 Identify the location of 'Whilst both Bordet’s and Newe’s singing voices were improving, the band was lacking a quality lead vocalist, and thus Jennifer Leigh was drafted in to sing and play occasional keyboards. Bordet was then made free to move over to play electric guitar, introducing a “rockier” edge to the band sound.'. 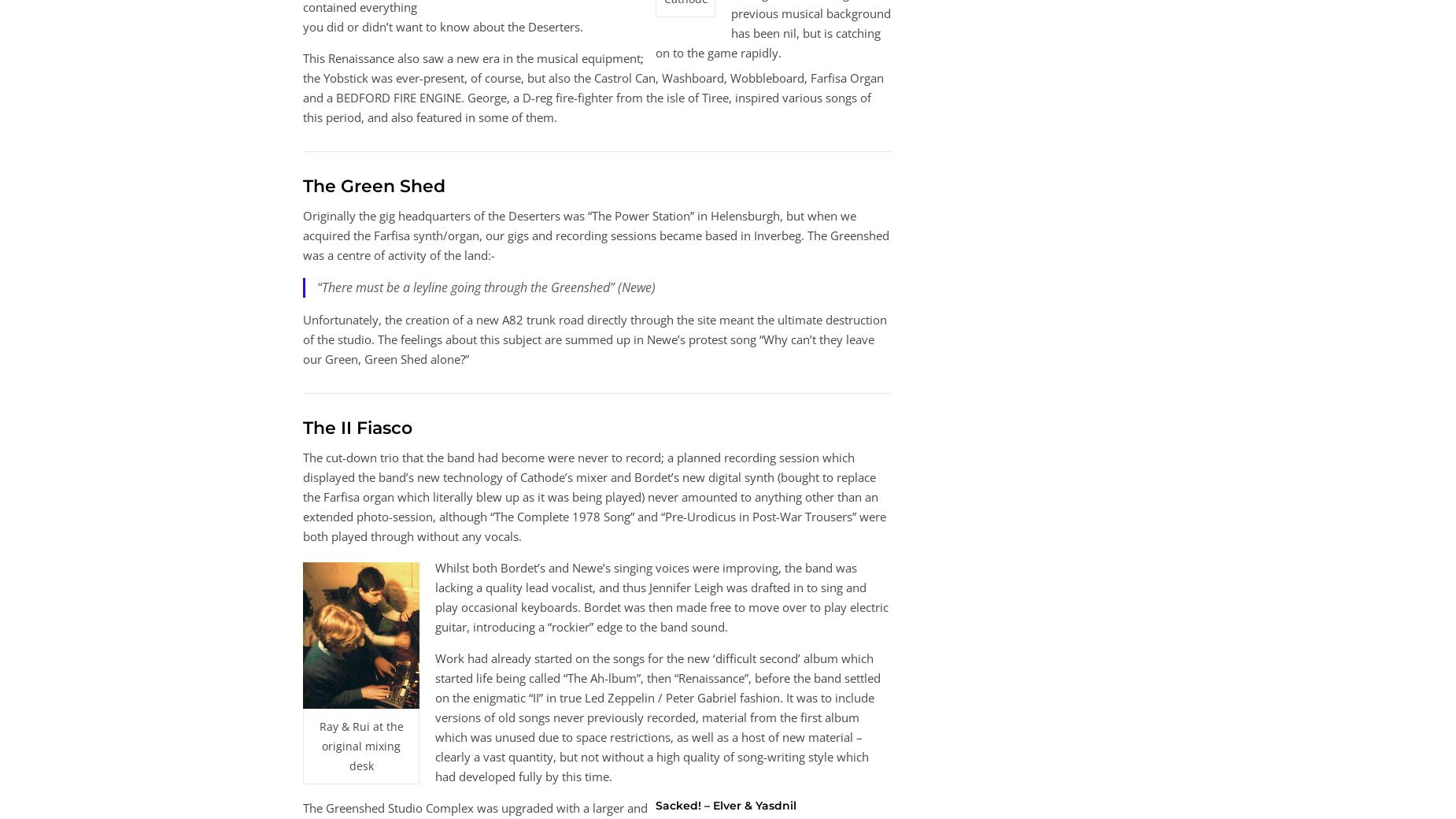
(662, 597).